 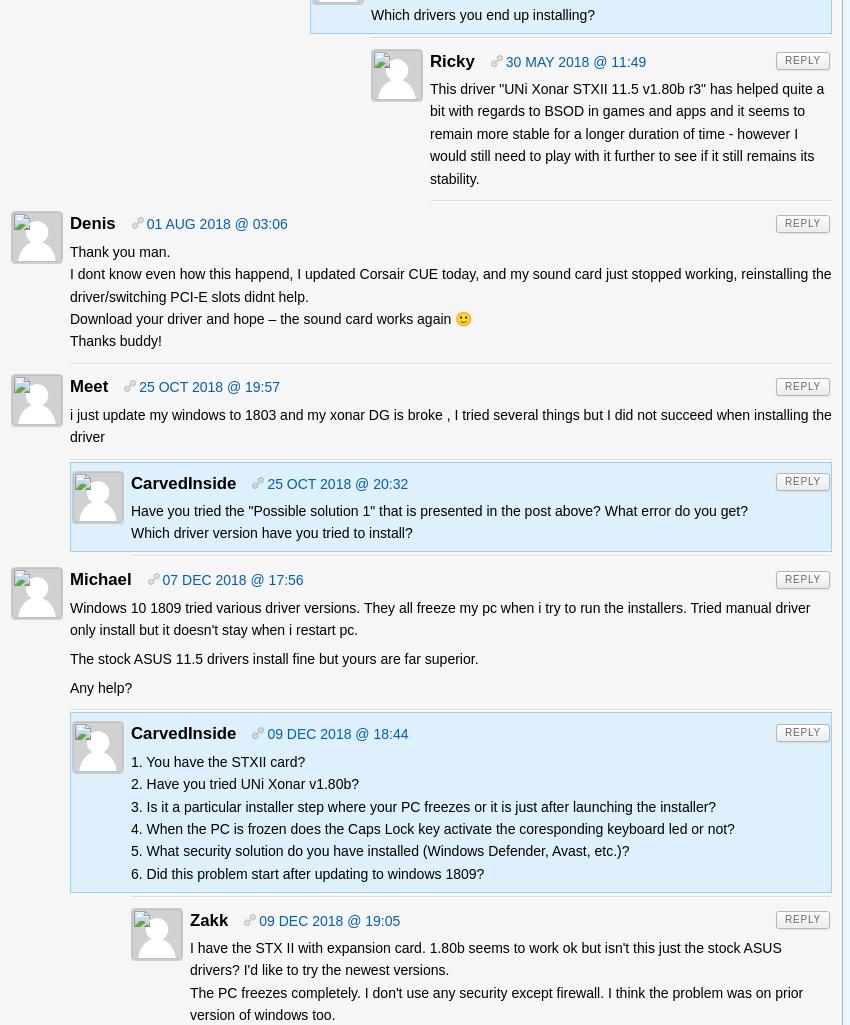 I want to click on '09 Dec 2018 @ 18:44', so click(x=337, y=733).